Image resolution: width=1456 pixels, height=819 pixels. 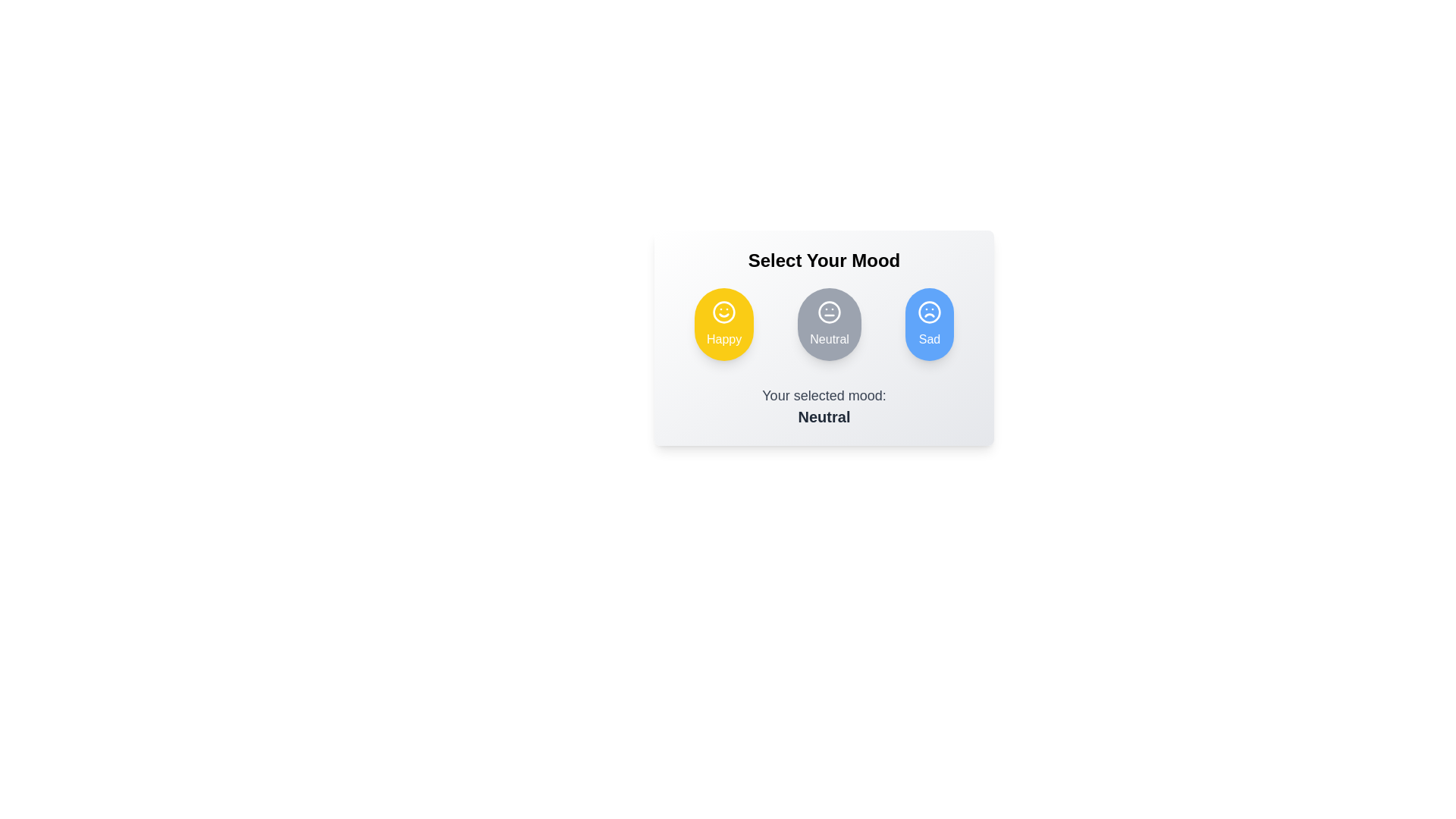 I want to click on the 'Neutral' mood text label located directly underneath the gray circular button in the center of the three-button group labeled by emotions, so click(x=829, y=338).